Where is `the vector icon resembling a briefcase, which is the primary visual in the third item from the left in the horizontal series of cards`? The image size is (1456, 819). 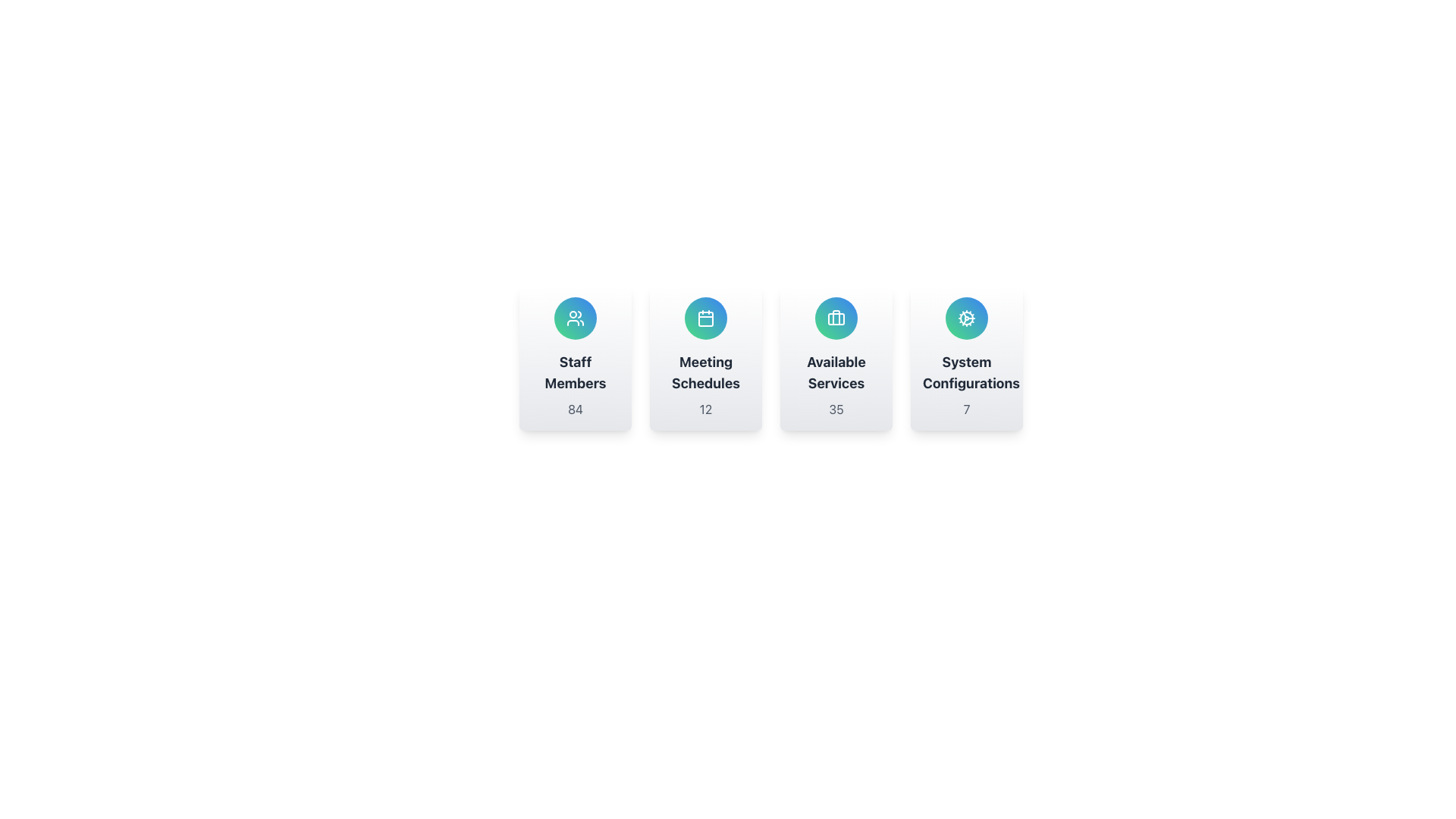 the vector icon resembling a briefcase, which is the primary visual in the third item from the left in the horizontal series of cards is located at coordinates (836, 318).